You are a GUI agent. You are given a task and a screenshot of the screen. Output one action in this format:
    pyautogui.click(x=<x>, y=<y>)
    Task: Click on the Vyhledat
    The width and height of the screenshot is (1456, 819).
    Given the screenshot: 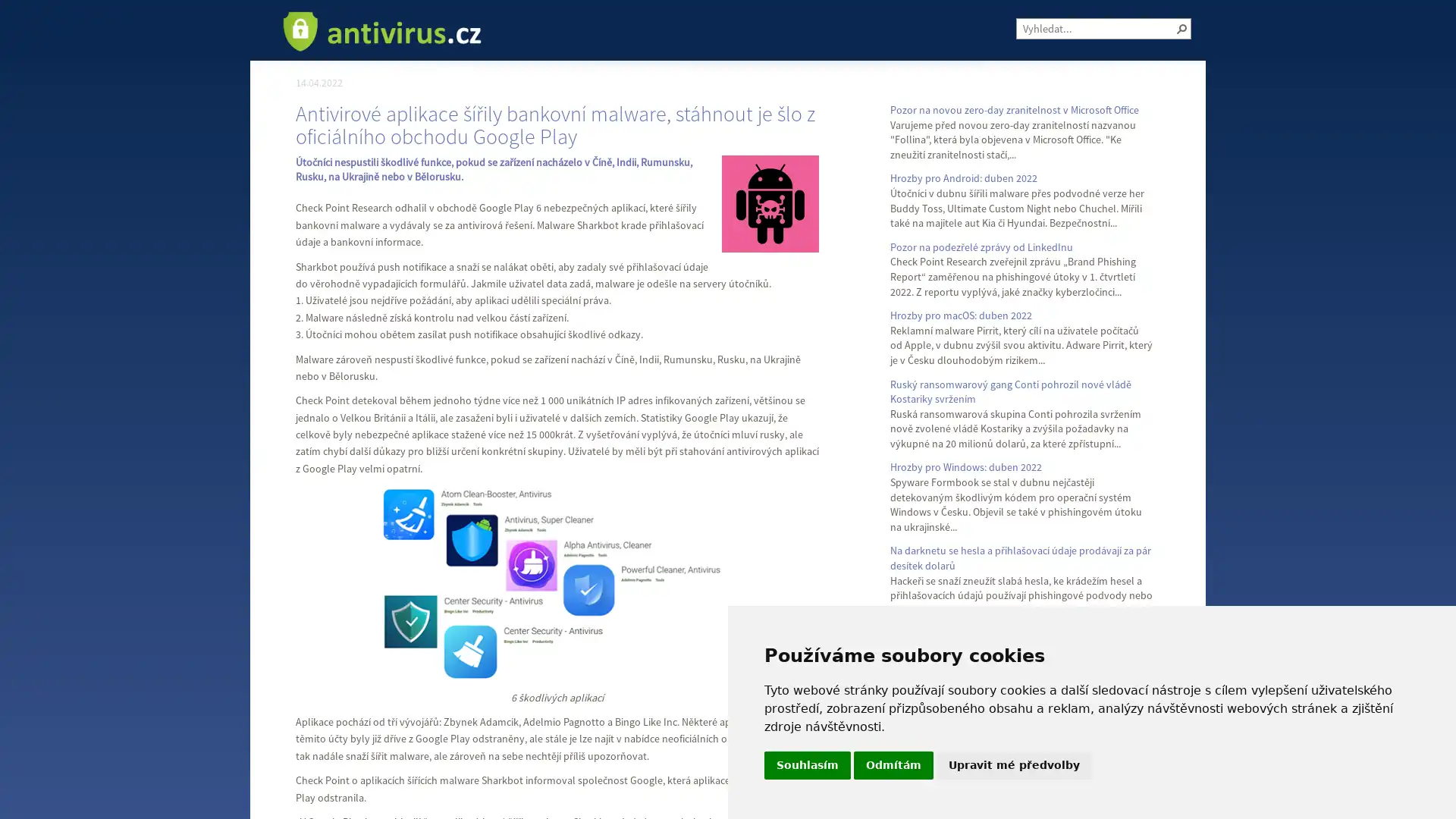 What is the action you would take?
    pyautogui.click(x=1181, y=29)
    